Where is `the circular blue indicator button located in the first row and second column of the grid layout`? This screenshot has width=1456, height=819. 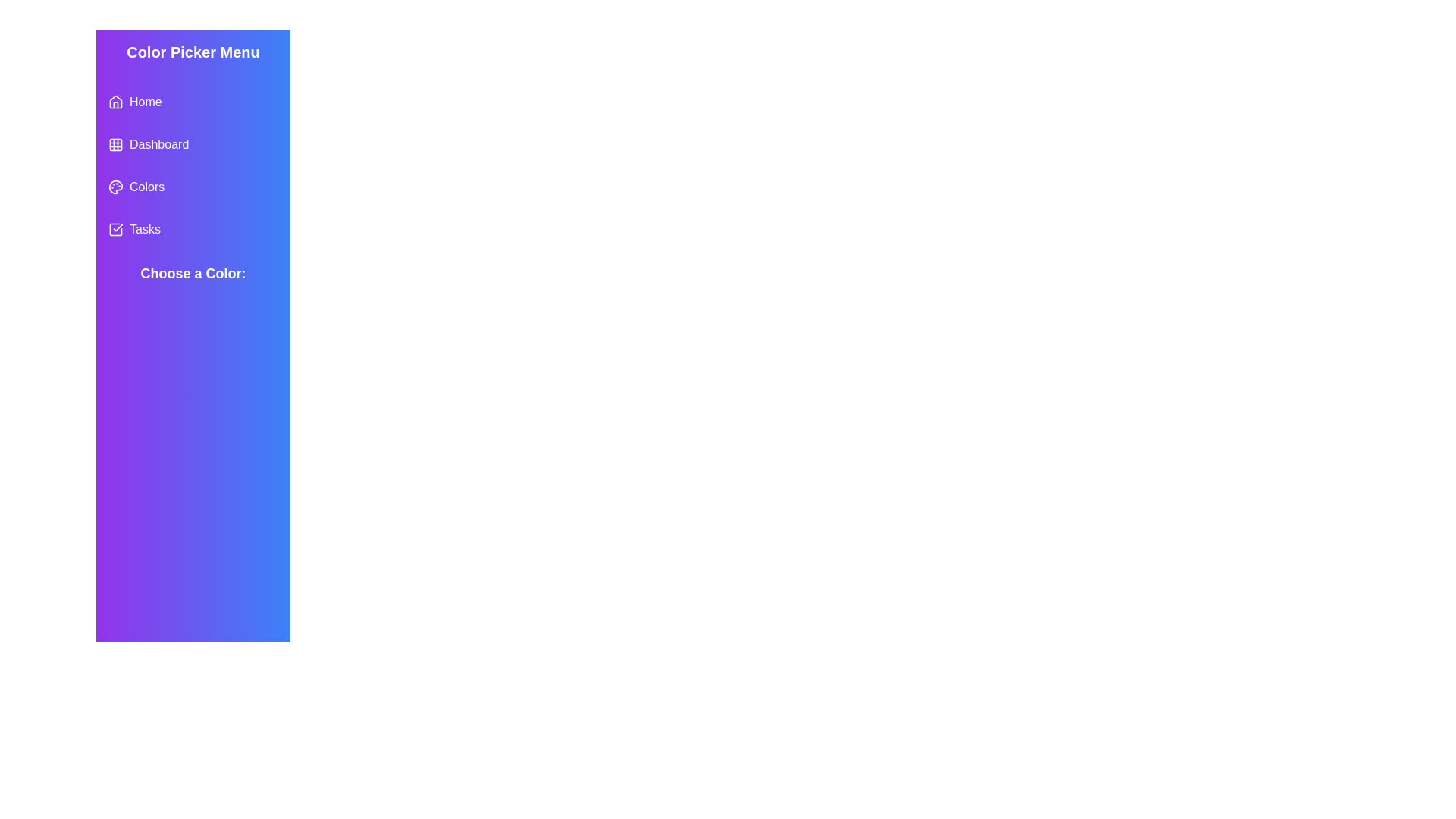
the circular blue indicator button located in the first row and second column of the grid layout is located at coordinates (182, 305).